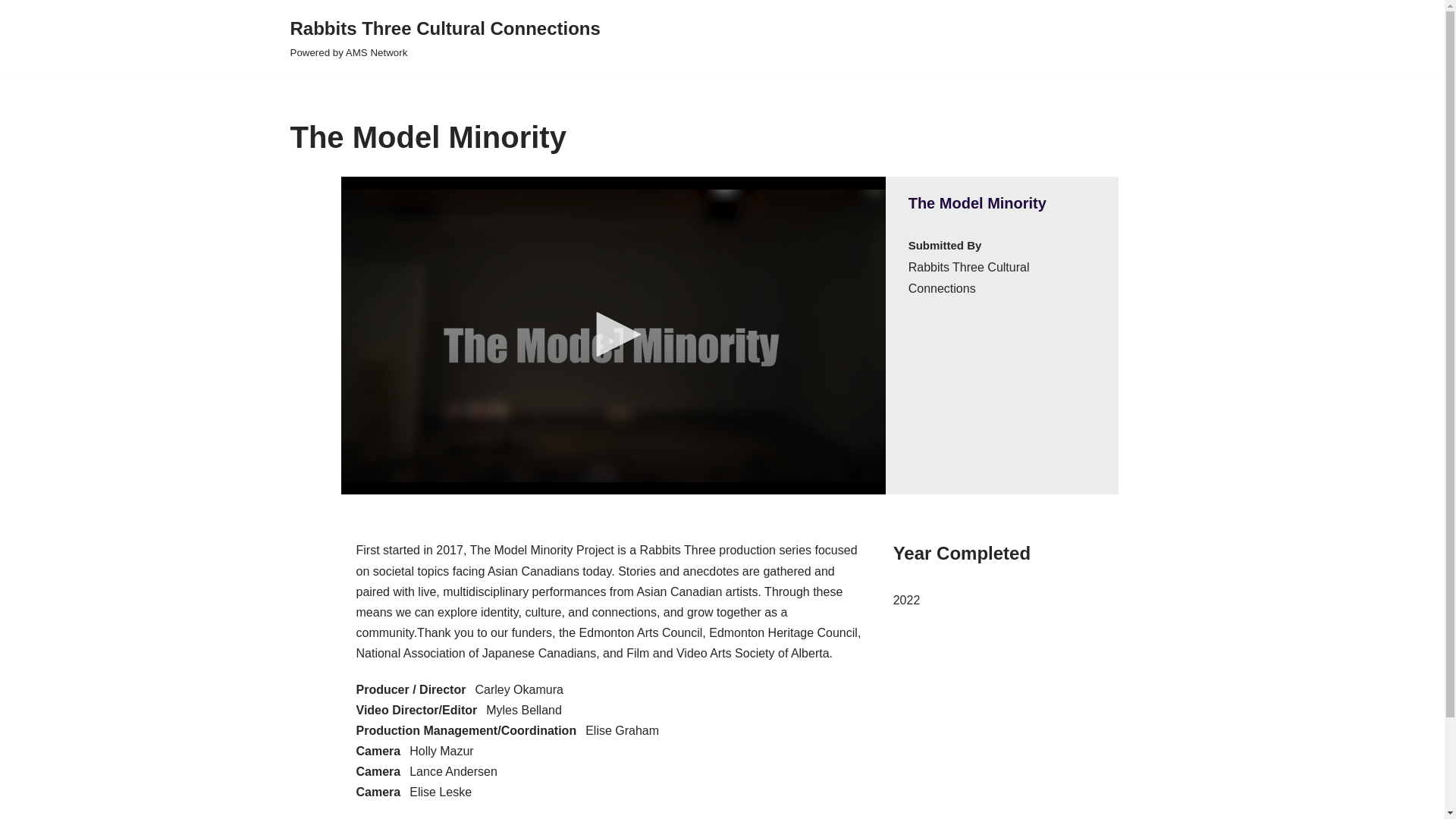 This screenshot has height=819, width=1456. What do you see at coordinates (11, 32) in the screenshot?
I see `'Skip to content'` at bounding box center [11, 32].